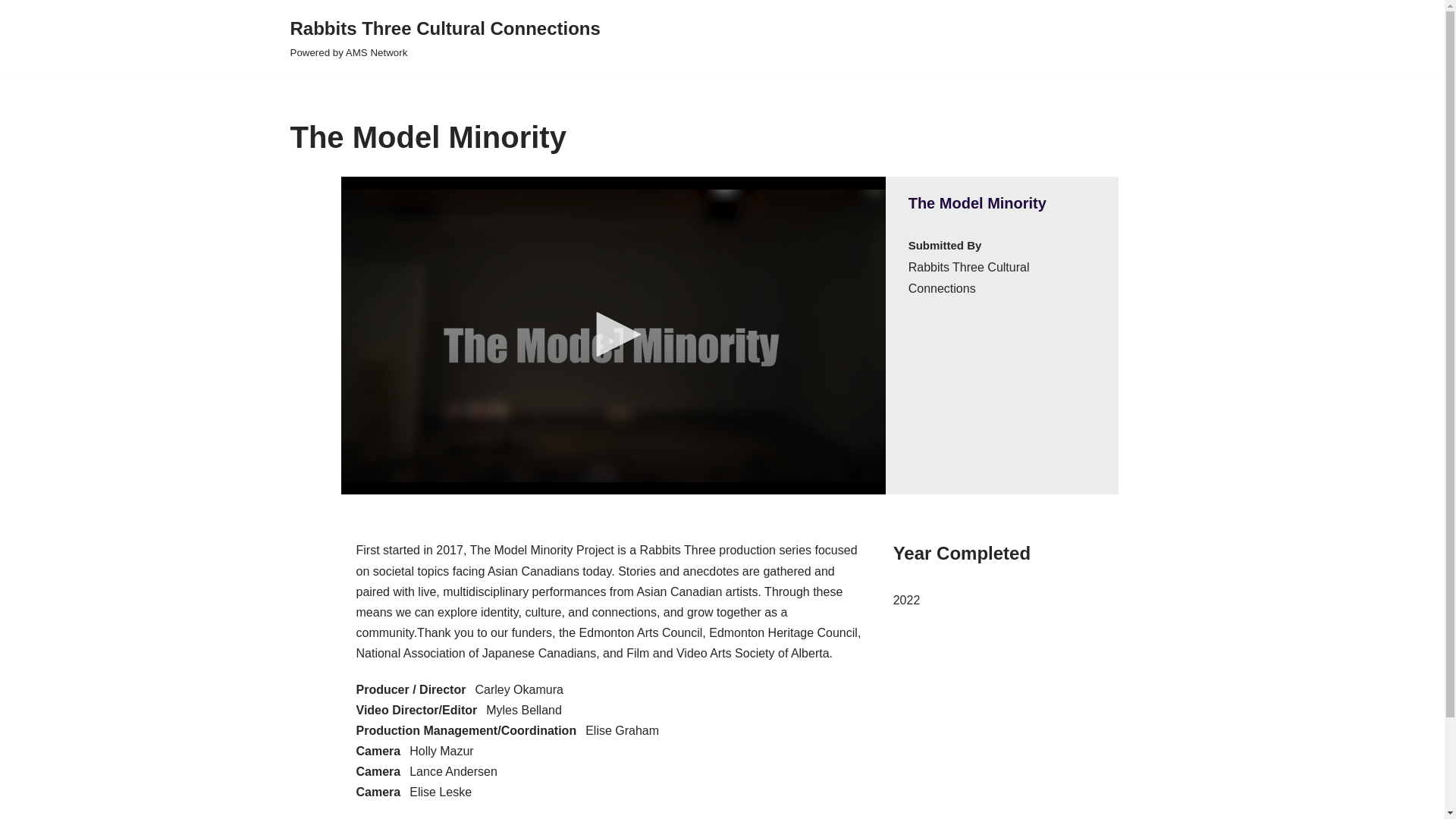 This screenshot has height=819, width=1456. What do you see at coordinates (11, 32) in the screenshot?
I see `'Skip to content'` at bounding box center [11, 32].